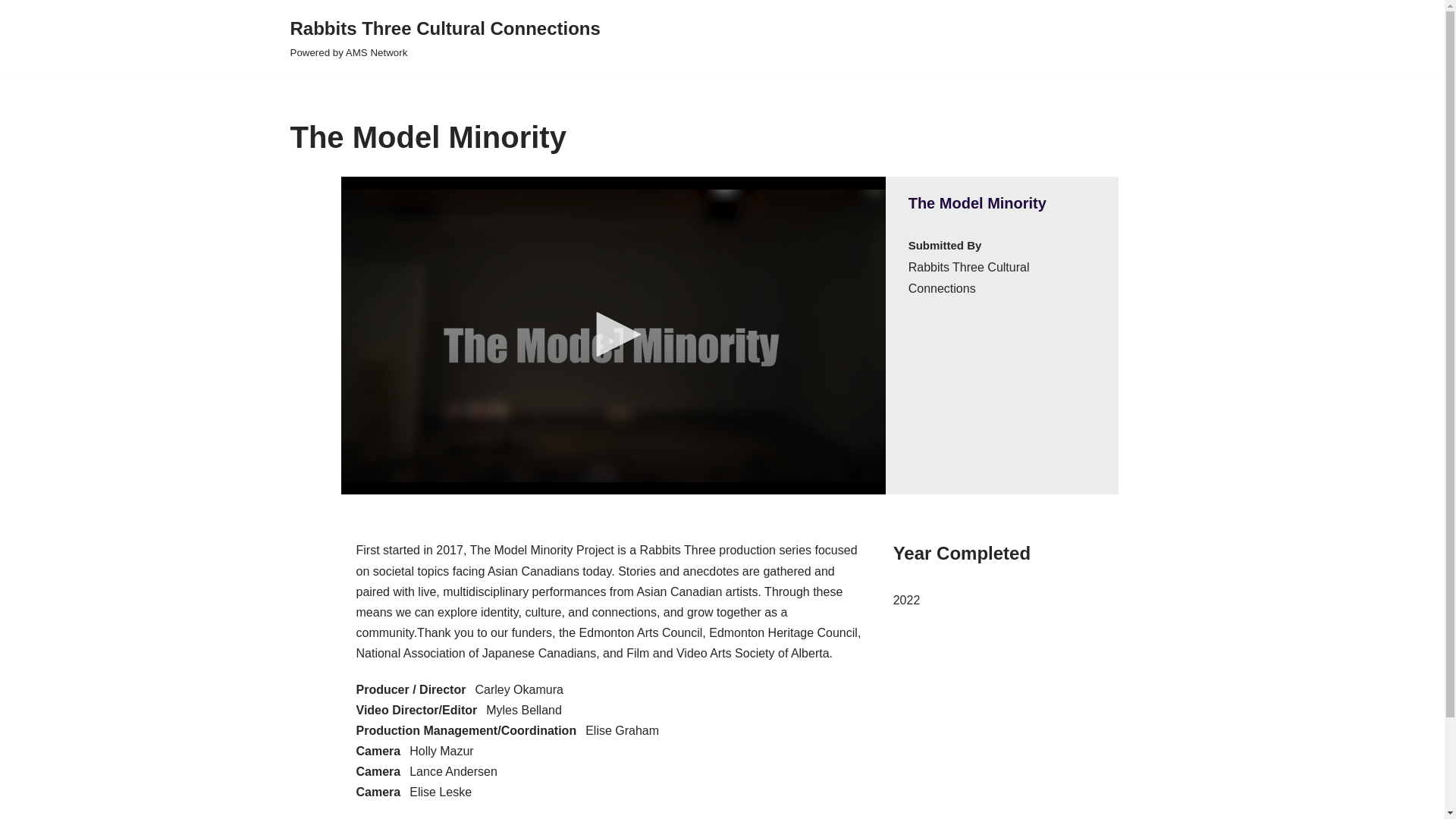 This screenshot has height=819, width=1456. What do you see at coordinates (11, 32) in the screenshot?
I see `'Skip to content'` at bounding box center [11, 32].